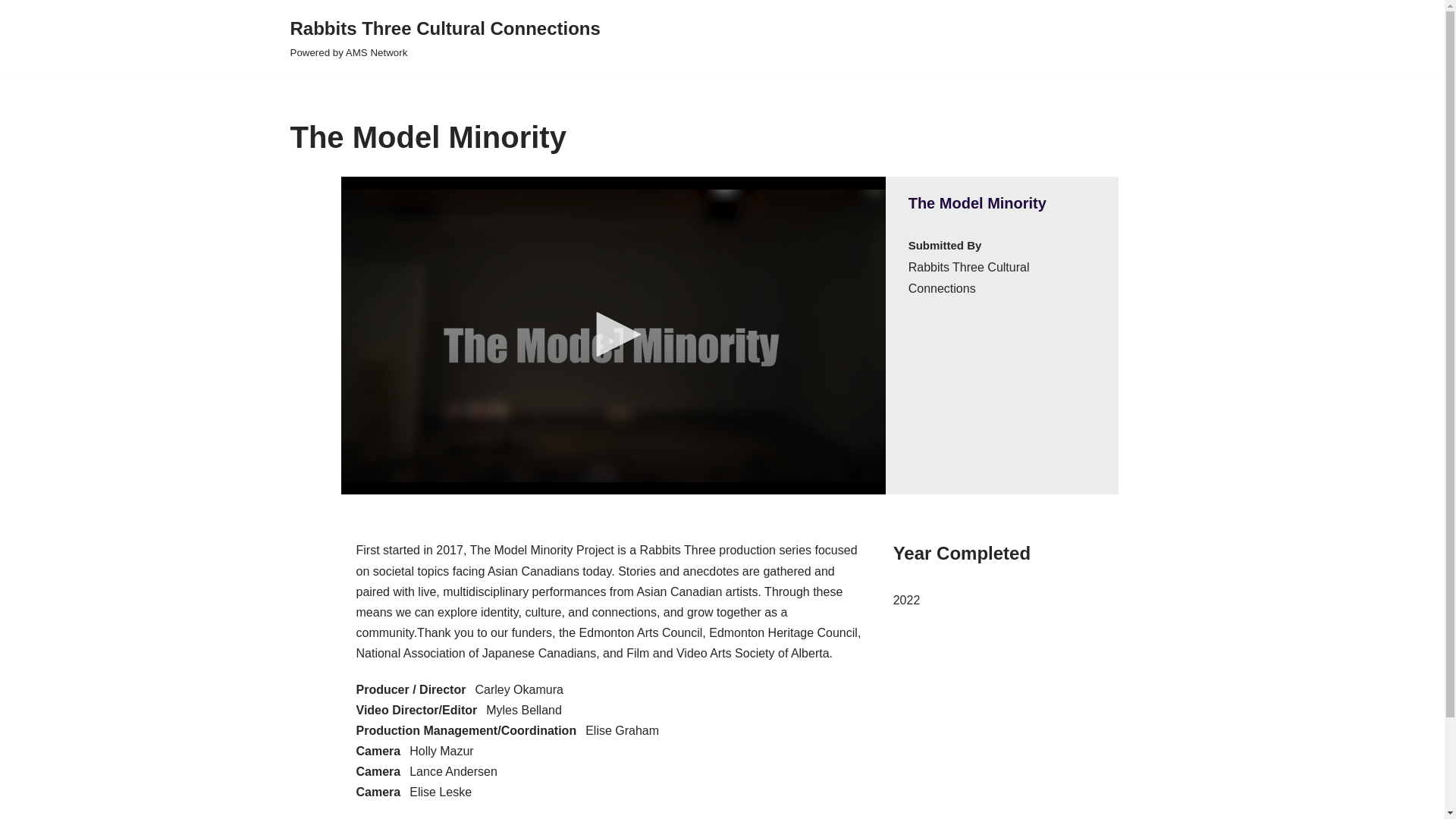 This screenshot has height=819, width=1456. What do you see at coordinates (11, 32) in the screenshot?
I see `'Skip to content'` at bounding box center [11, 32].